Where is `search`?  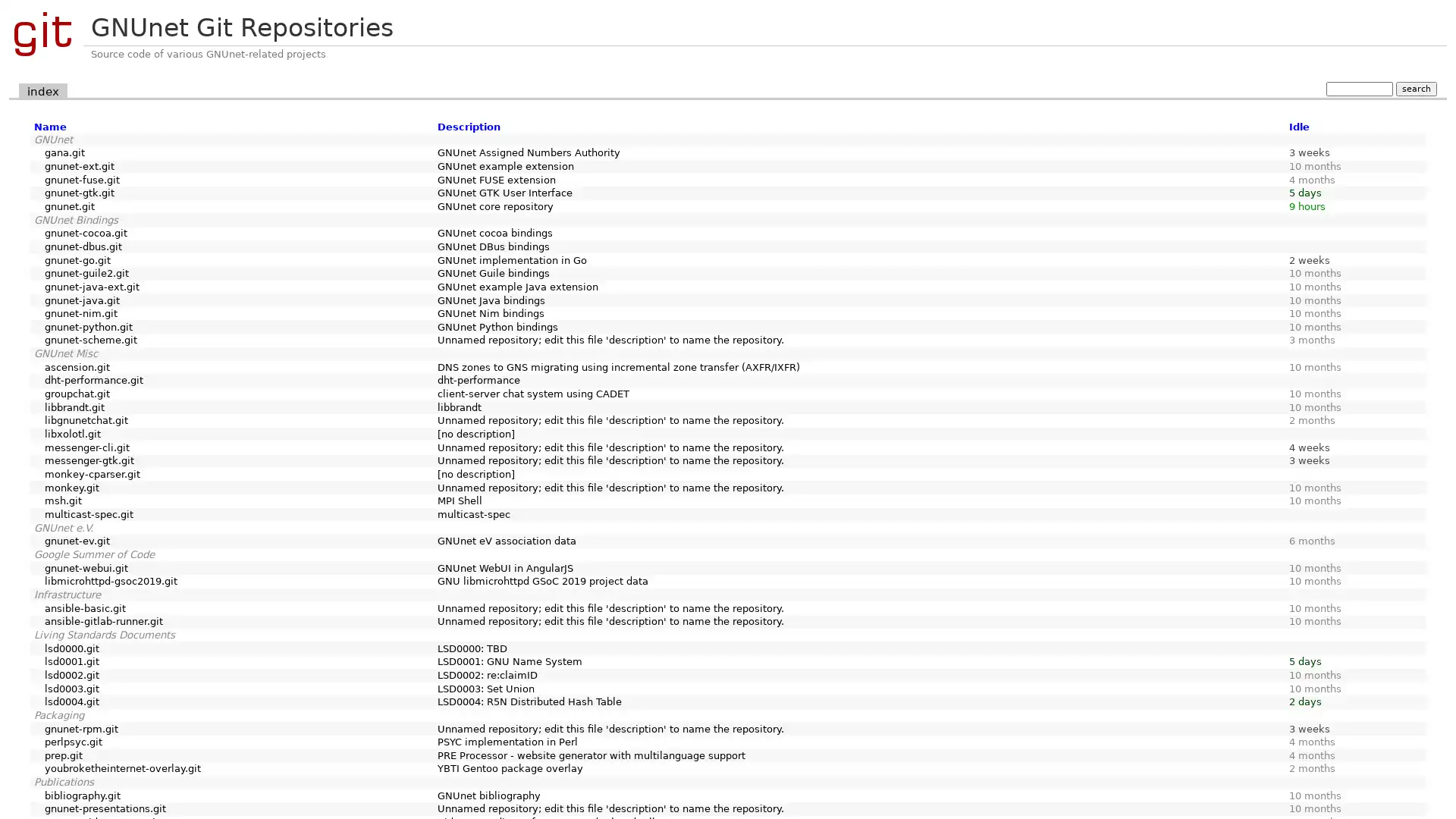 search is located at coordinates (1415, 88).